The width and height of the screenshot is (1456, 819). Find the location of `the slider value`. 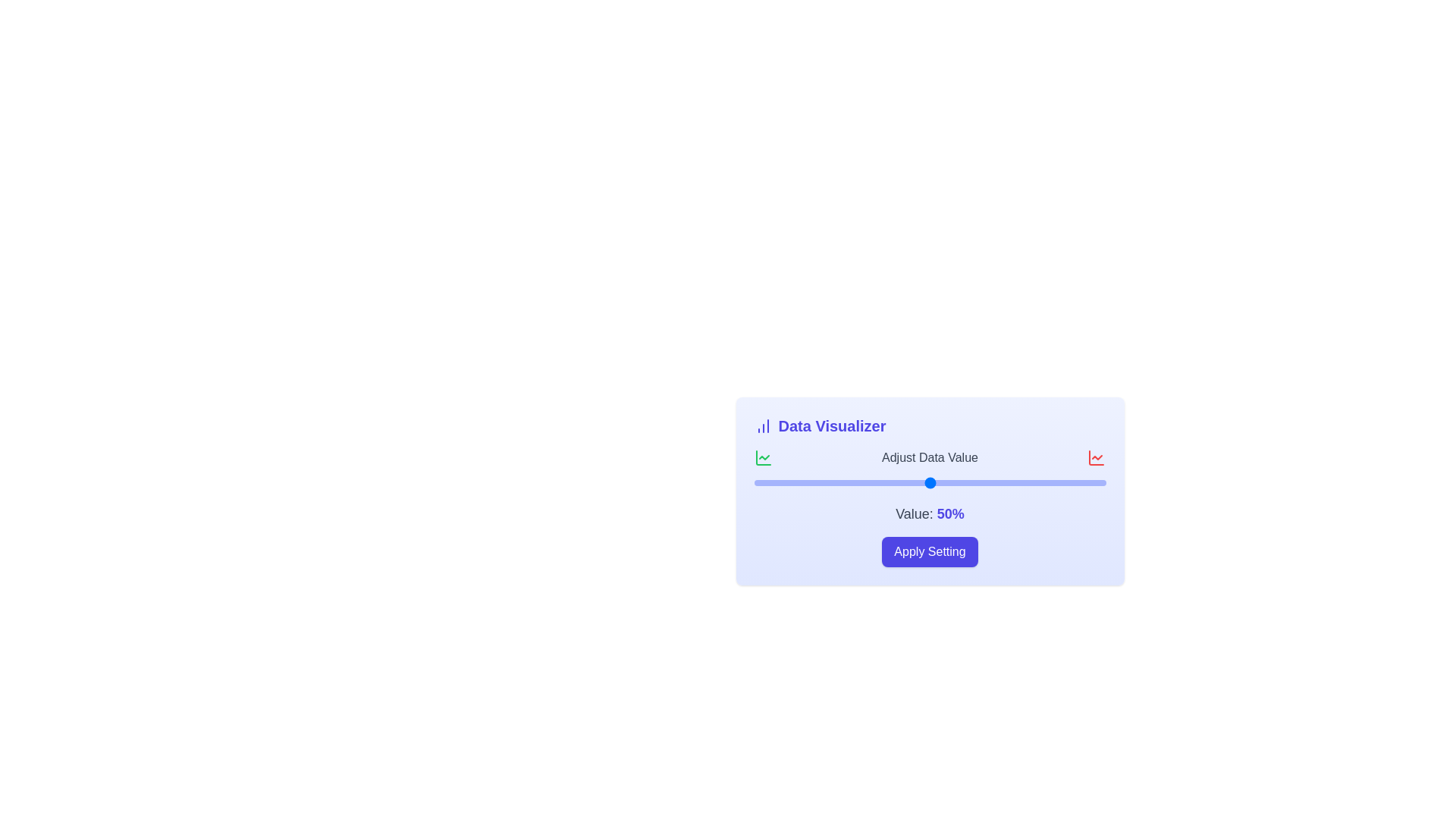

the slider value is located at coordinates (754, 482).